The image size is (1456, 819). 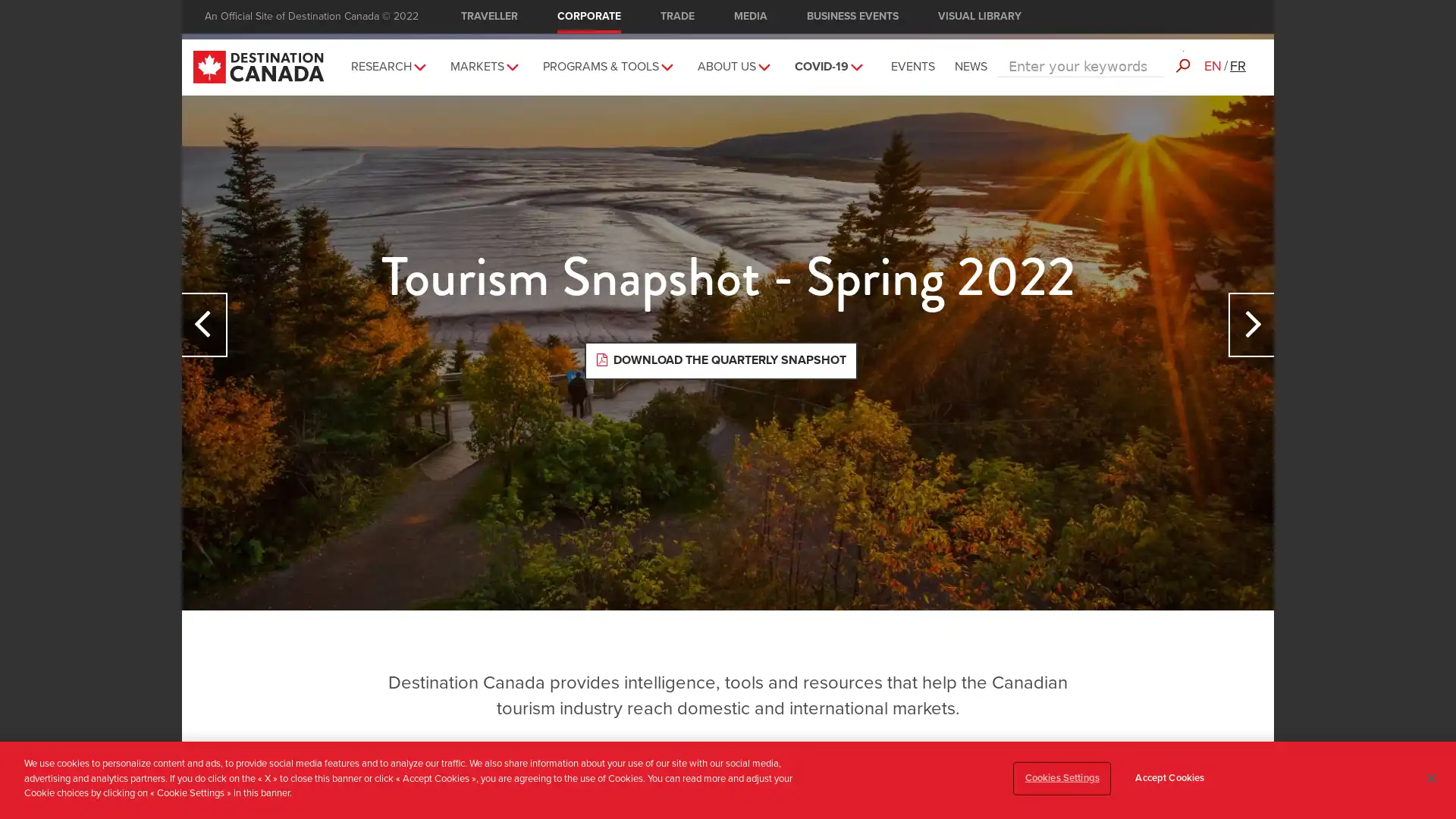 I want to click on Share to Facebook, so click(x=1256, y=121).